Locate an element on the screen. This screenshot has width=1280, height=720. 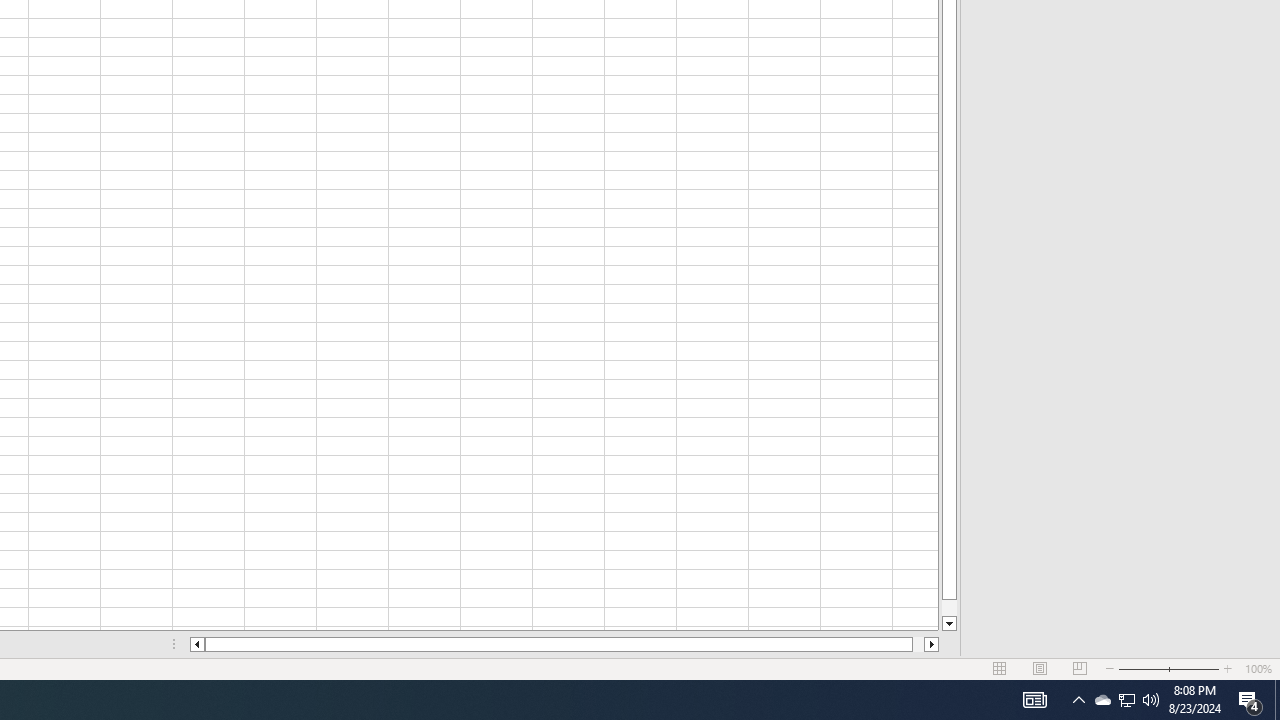
'Page right' is located at coordinates (917, 644).